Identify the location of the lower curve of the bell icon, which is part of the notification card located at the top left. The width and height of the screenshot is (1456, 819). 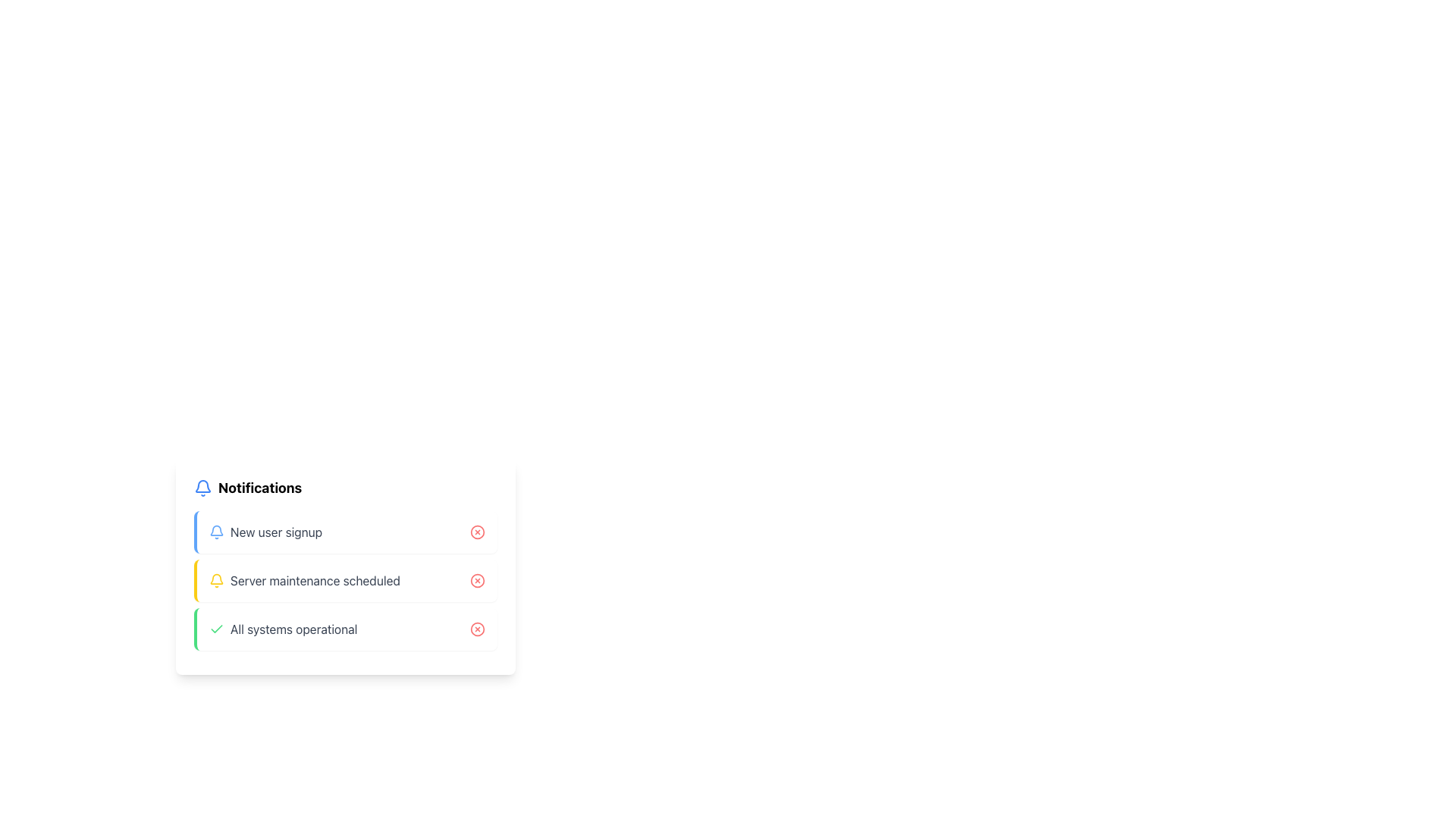
(202, 486).